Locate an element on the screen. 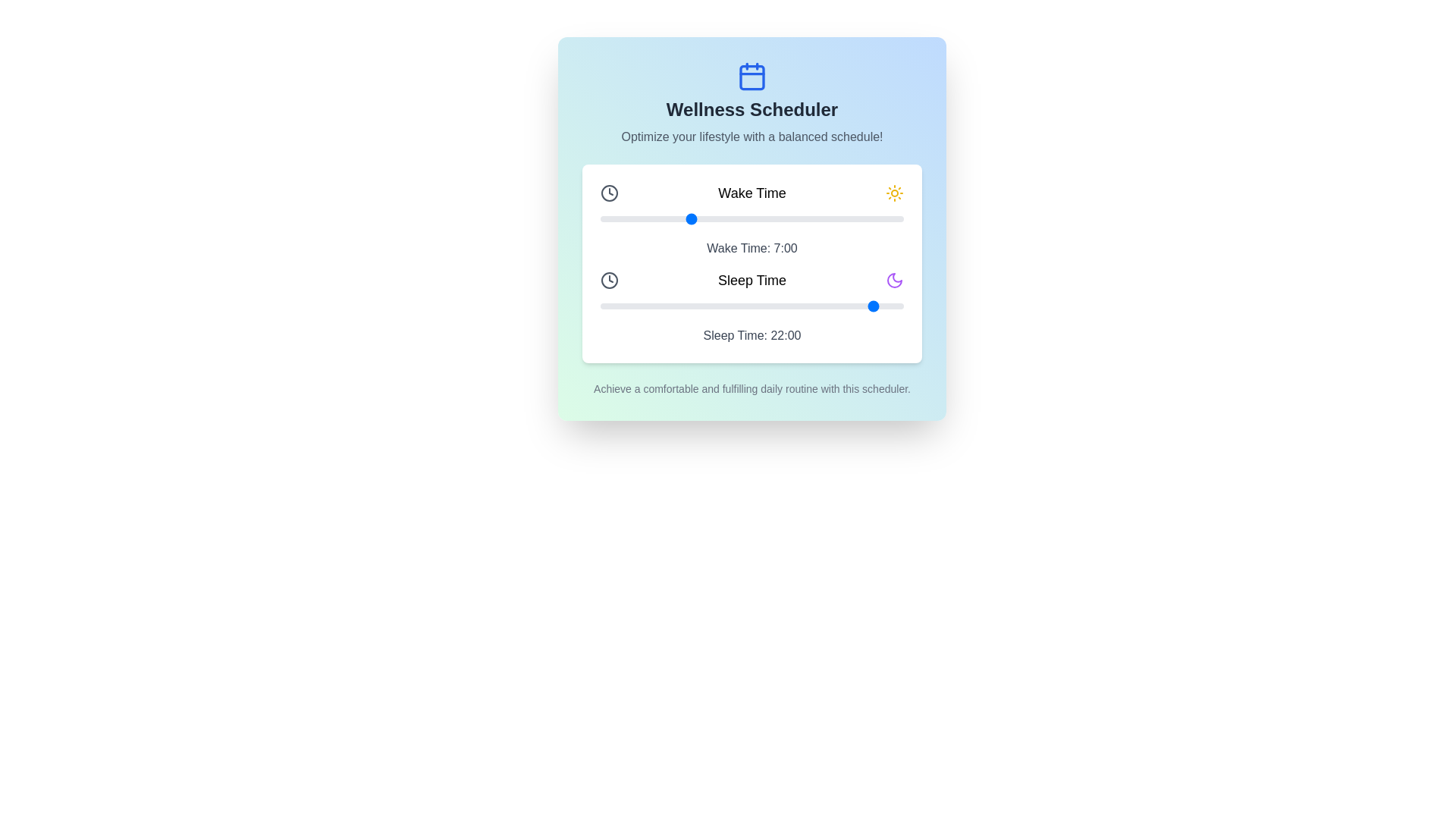  the calendar schedule icon located above the 'Wellness Scheduler' text in the interface is located at coordinates (752, 76).